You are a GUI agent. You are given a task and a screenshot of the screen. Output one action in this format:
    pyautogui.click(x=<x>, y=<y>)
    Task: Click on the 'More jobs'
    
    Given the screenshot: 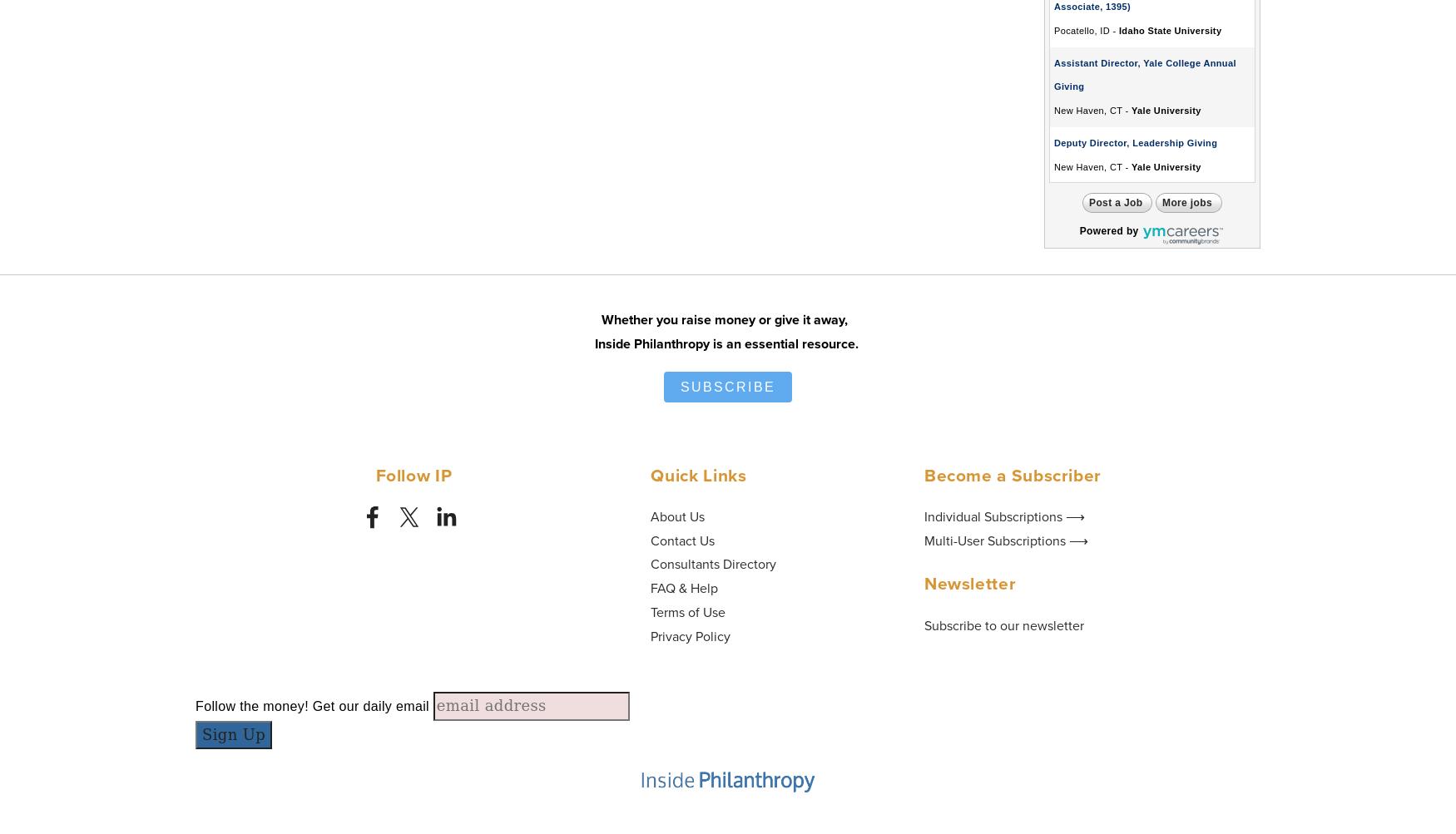 What is the action you would take?
    pyautogui.click(x=1186, y=203)
    